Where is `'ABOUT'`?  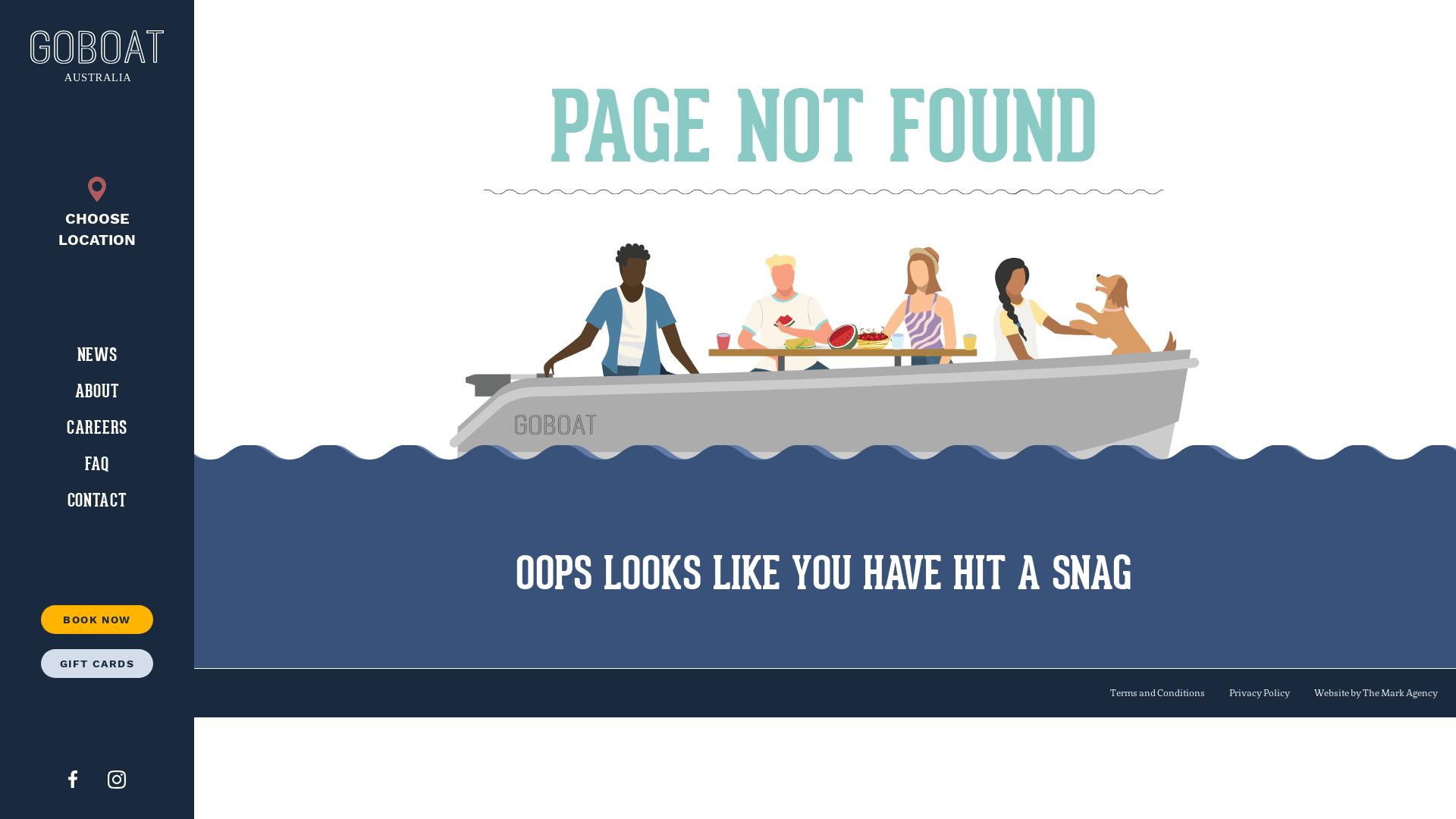
'ABOUT' is located at coordinates (96, 391).